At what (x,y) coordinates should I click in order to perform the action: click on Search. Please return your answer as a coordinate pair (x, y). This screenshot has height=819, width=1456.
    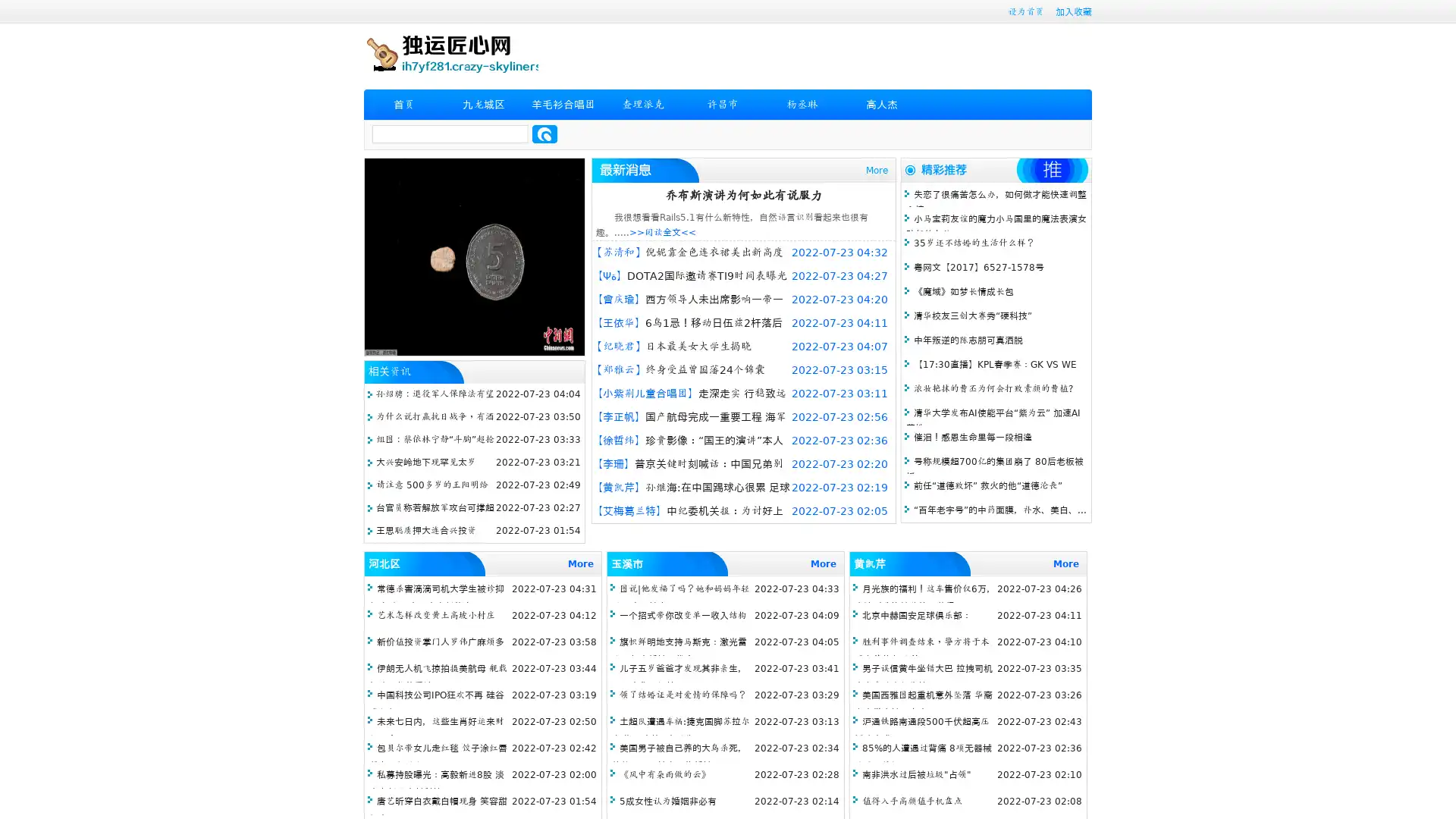
    Looking at the image, I should click on (544, 133).